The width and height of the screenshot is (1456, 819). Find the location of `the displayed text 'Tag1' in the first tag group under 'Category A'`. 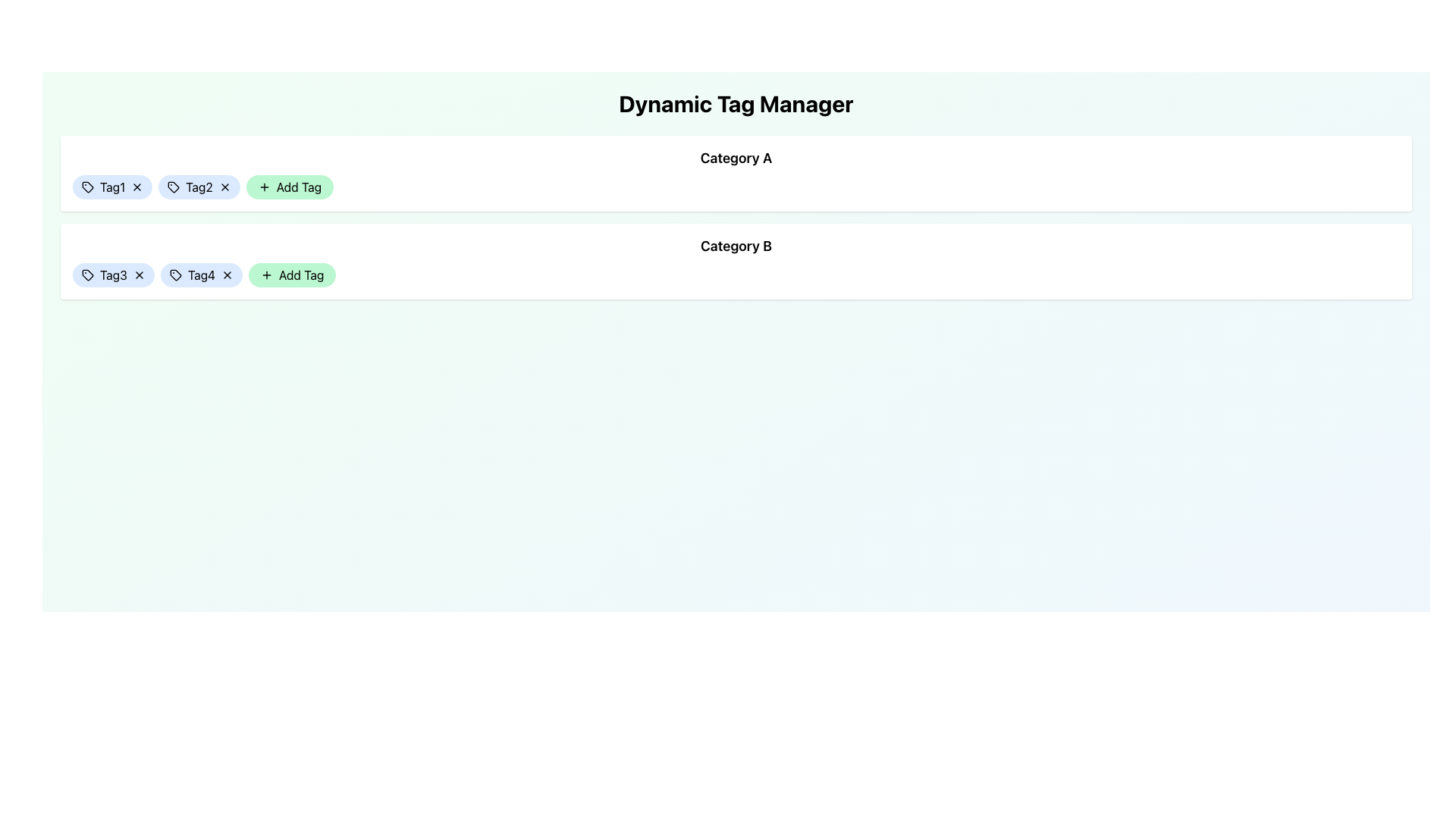

the displayed text 'Tag1' in the first tag group under 'Category A' is located at coordinates (111, 186).